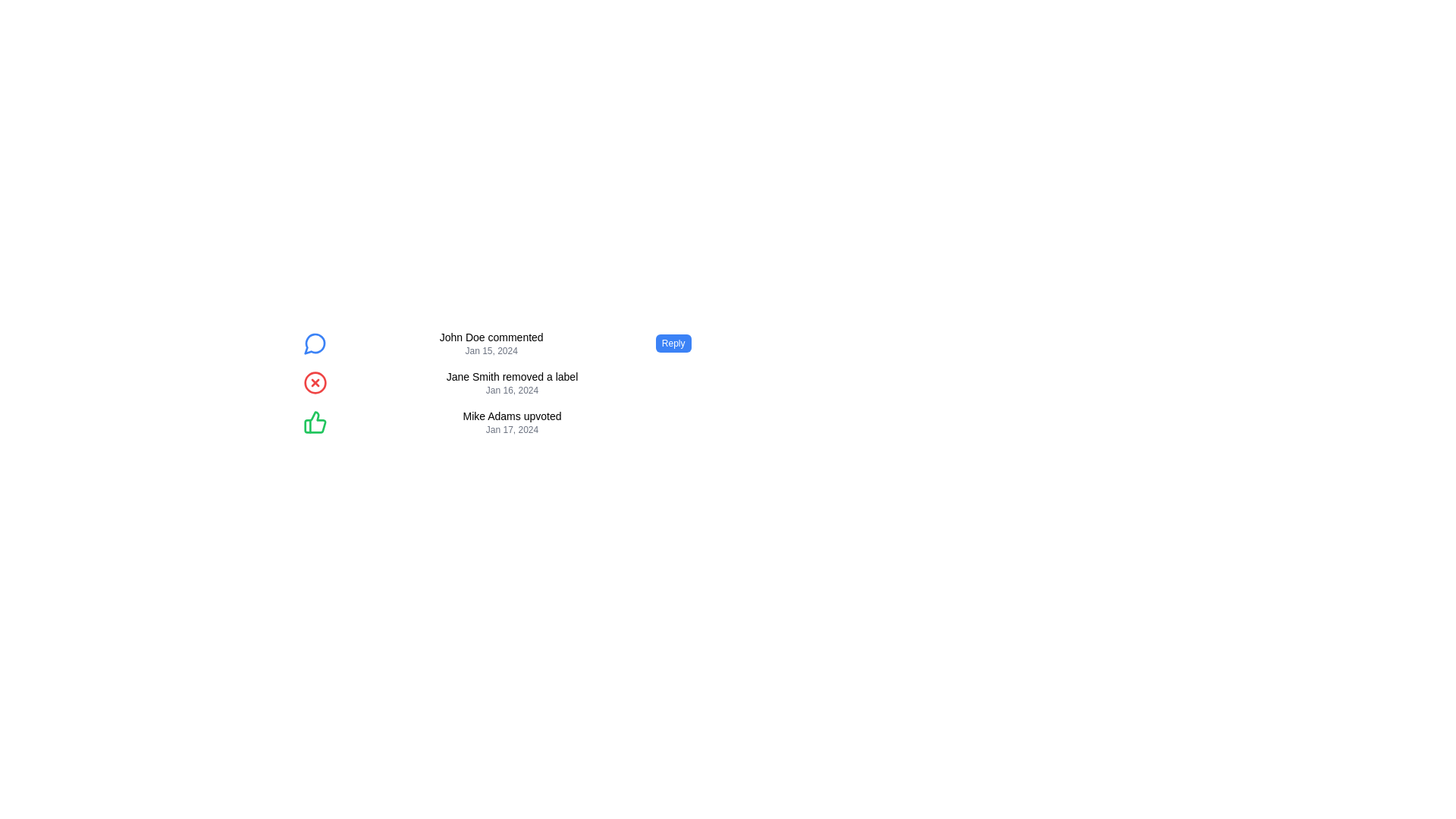 The image size is (1456, 819). What do you see at coordinates (512, 390) in the screenshot?
I see `the Text Label displaying the date 'Jan 16, 2024', which is positioned beneath the main message 'Jane Smith removed a label' in a small, gray font within the second informational group` at bounding box center [512, 390].